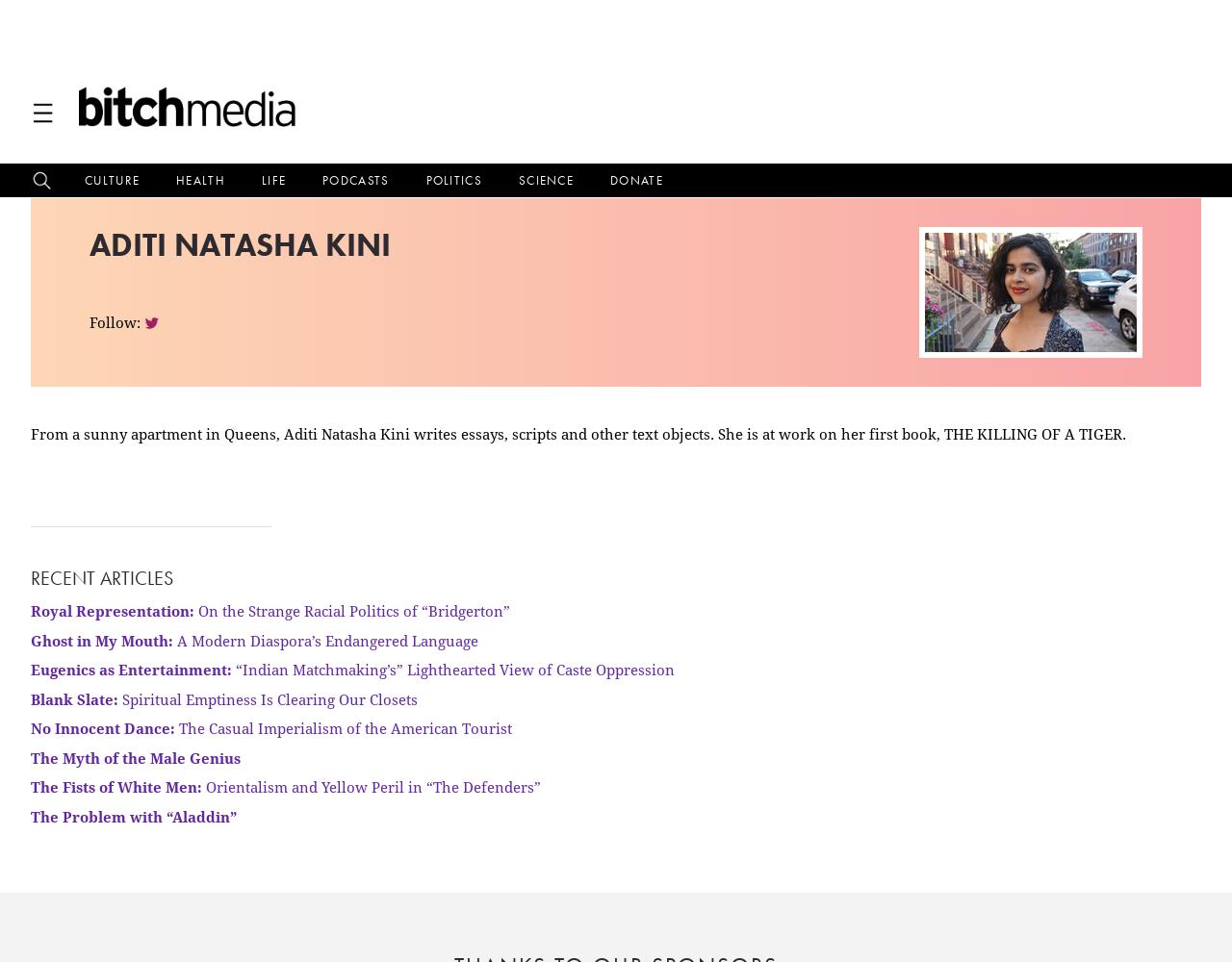 The height and width of the screenshot is (962, 1232). Describe the element at coordinates (452, 669) in the screenshot. I see `'“Indian Matchmaking’s” Lighthearted View of Caste Oppression'` at that location.